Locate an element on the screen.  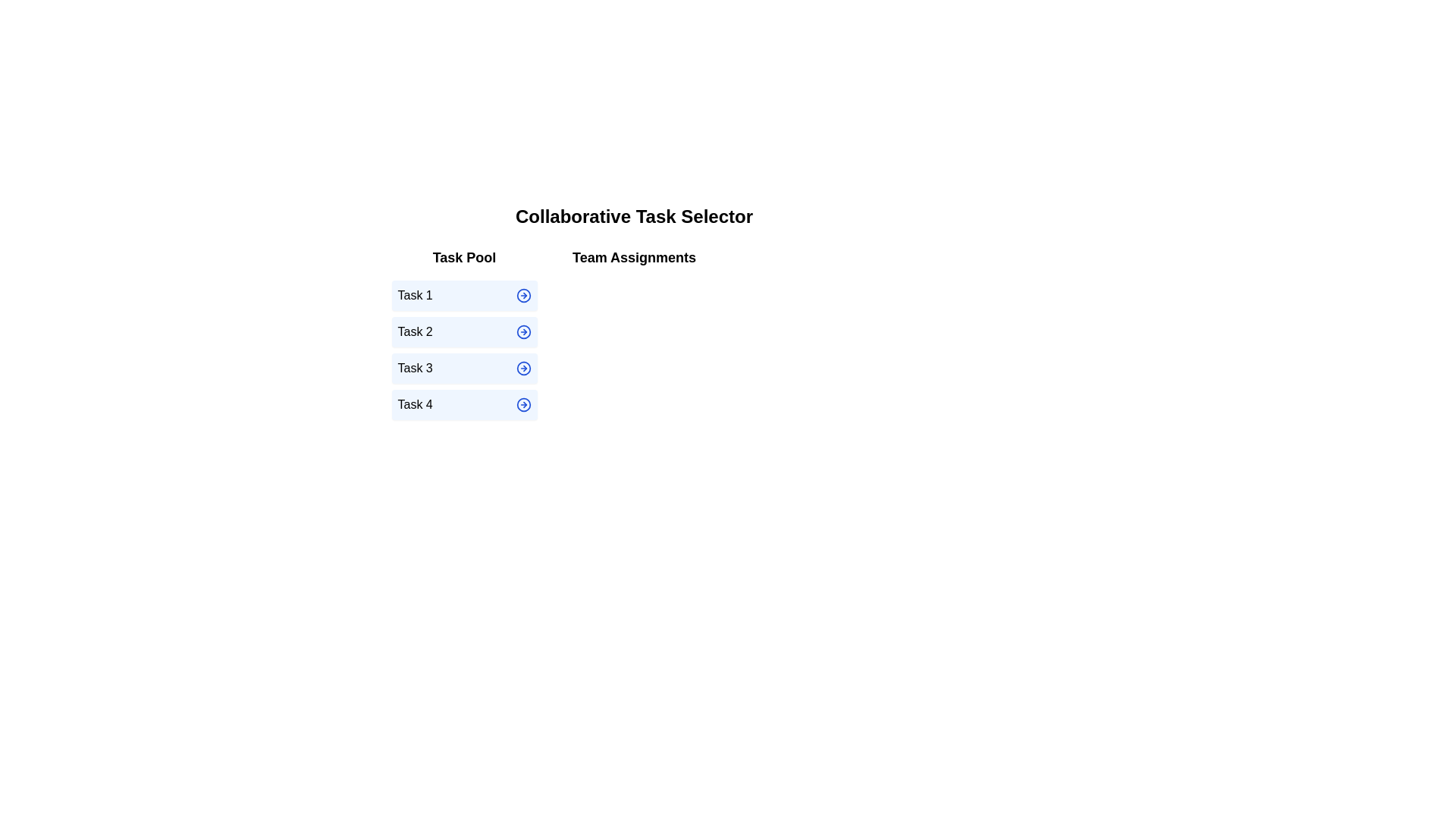
the arrow icon next to the task Task 2 in the Task Pool to move it to Team Assignments is located at coordinates (523, 331).